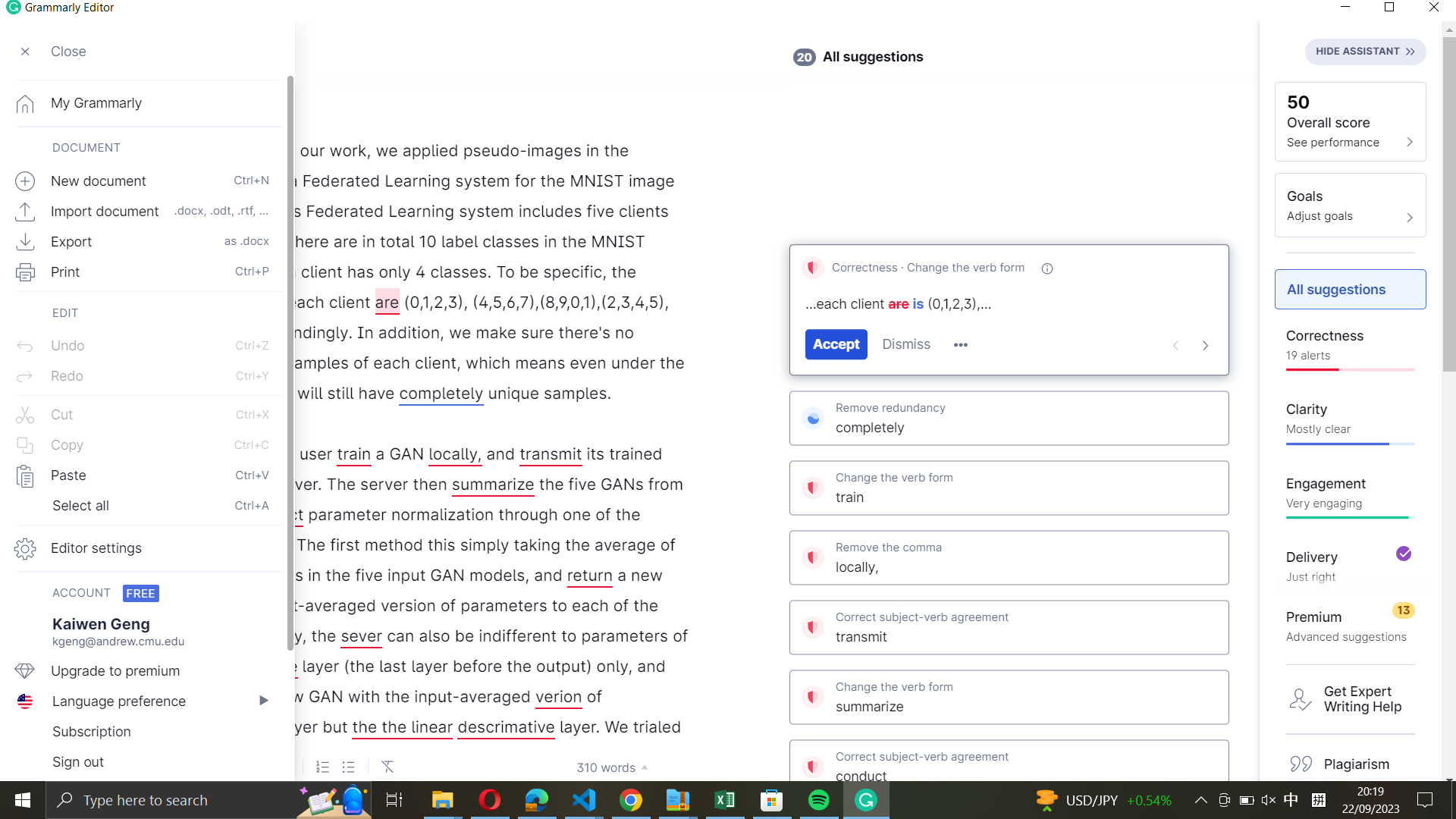 This screenshot has width=1456, height=819. I want to click on Mark all the content, so click(145, 507).